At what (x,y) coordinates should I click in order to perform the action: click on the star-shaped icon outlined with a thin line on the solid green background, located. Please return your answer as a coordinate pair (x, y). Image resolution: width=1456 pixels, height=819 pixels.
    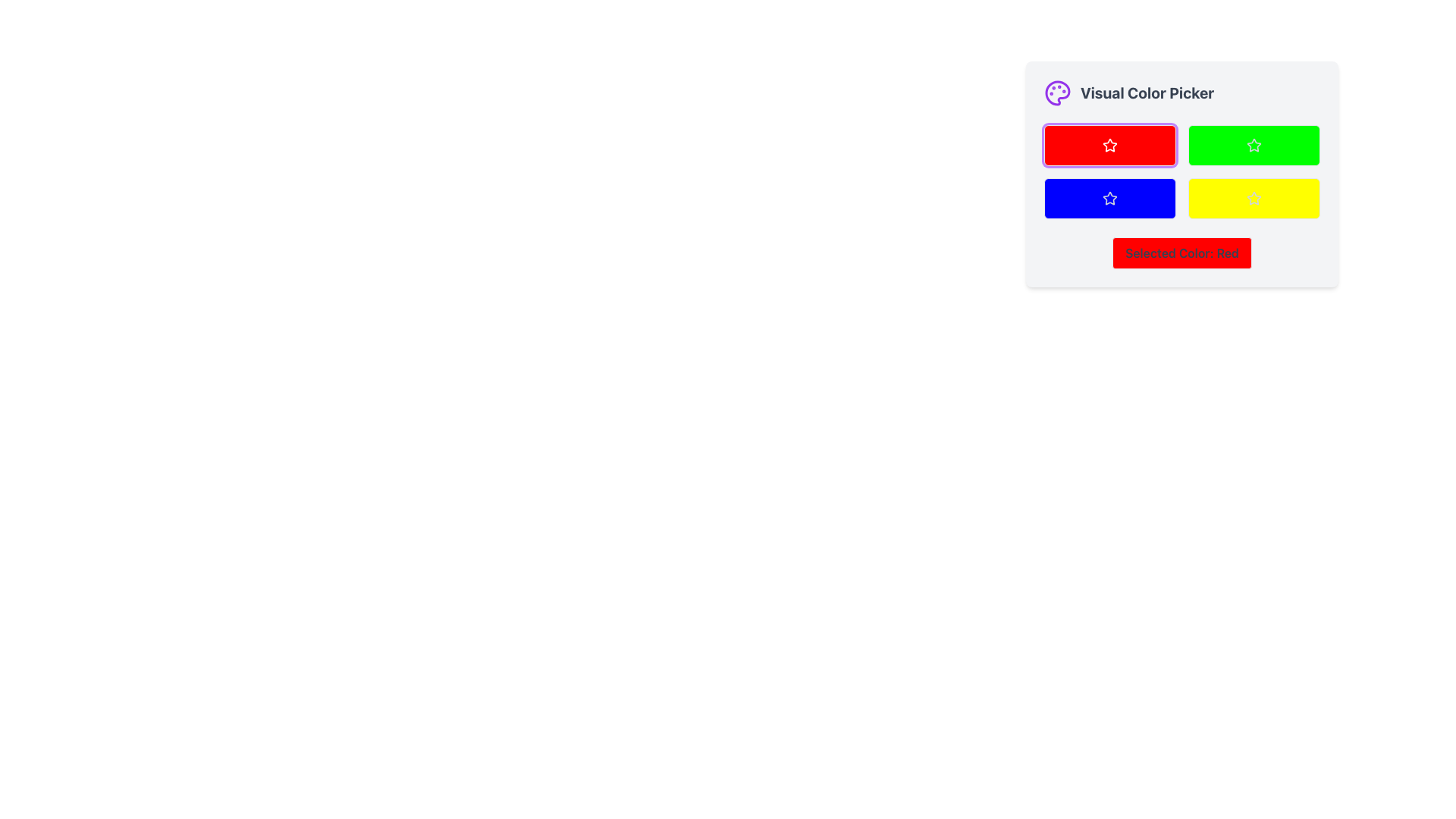
    Looking at the image, I should click on (1253, 145).